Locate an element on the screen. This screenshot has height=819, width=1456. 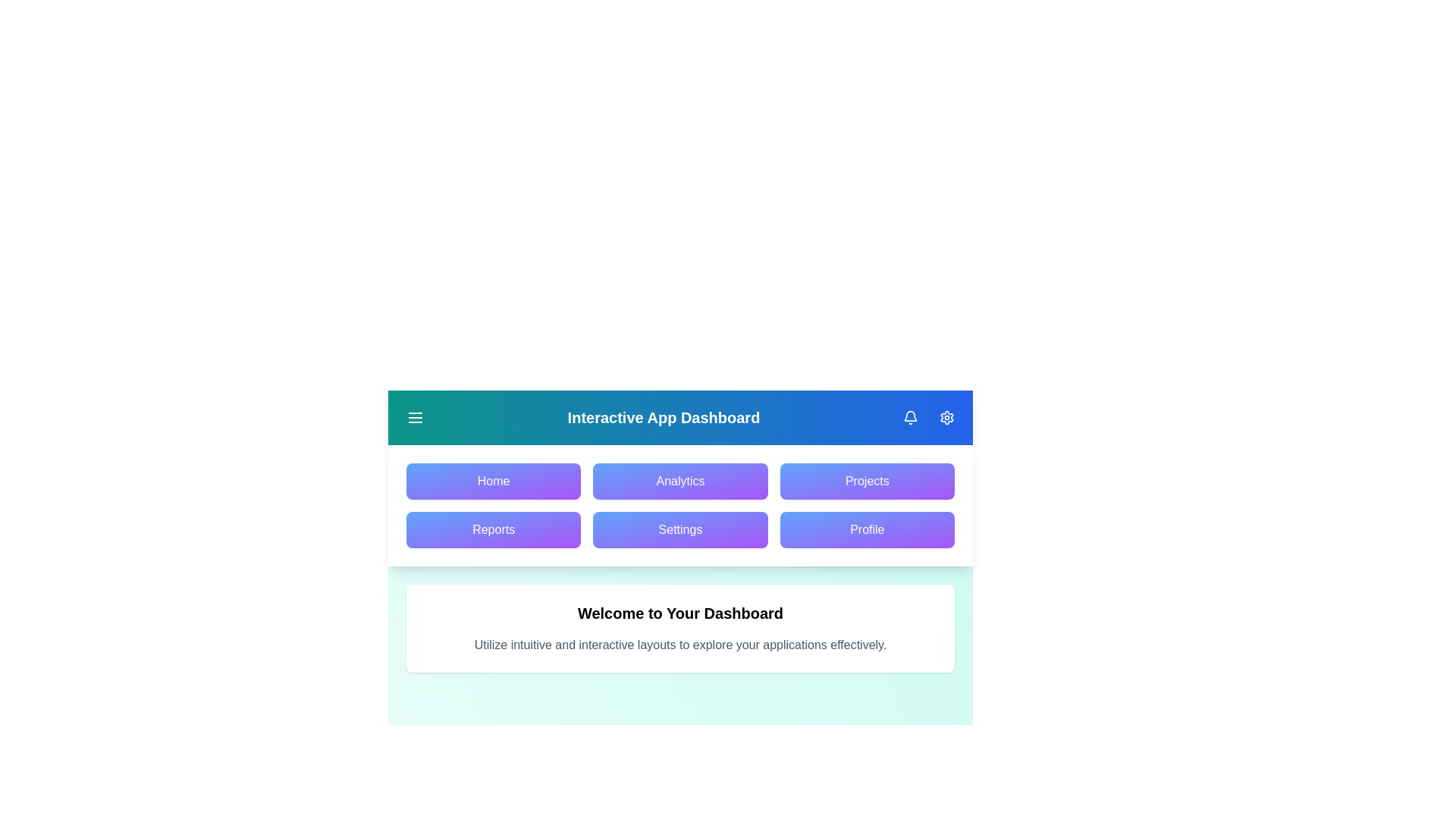
the notification button in the app bar is located at coordinates (910, 418).